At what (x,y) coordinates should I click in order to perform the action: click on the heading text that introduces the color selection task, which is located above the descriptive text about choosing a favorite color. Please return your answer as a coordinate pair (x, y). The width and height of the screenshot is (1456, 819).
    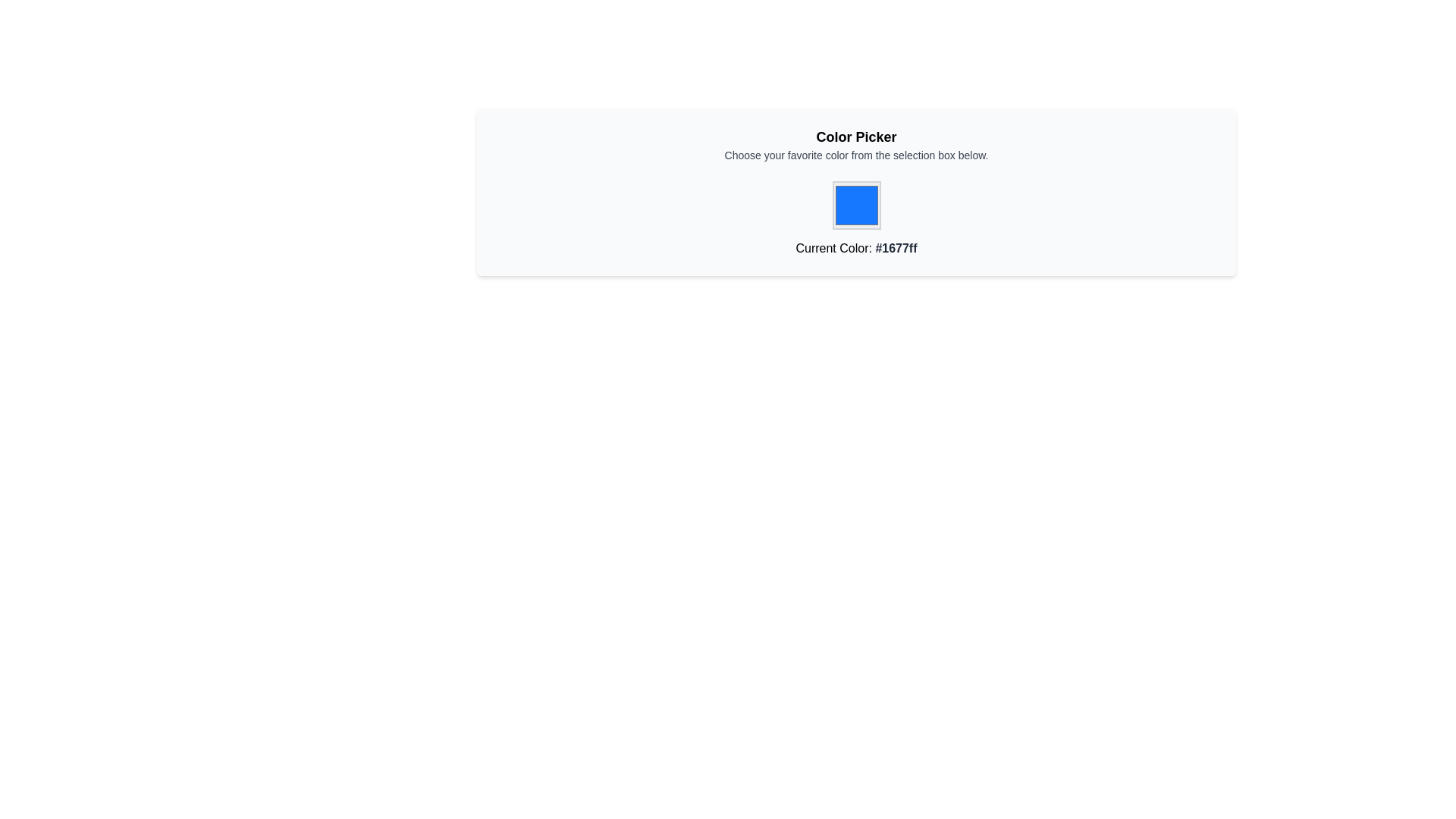
    Looking at the image, I should click on (856, 137).